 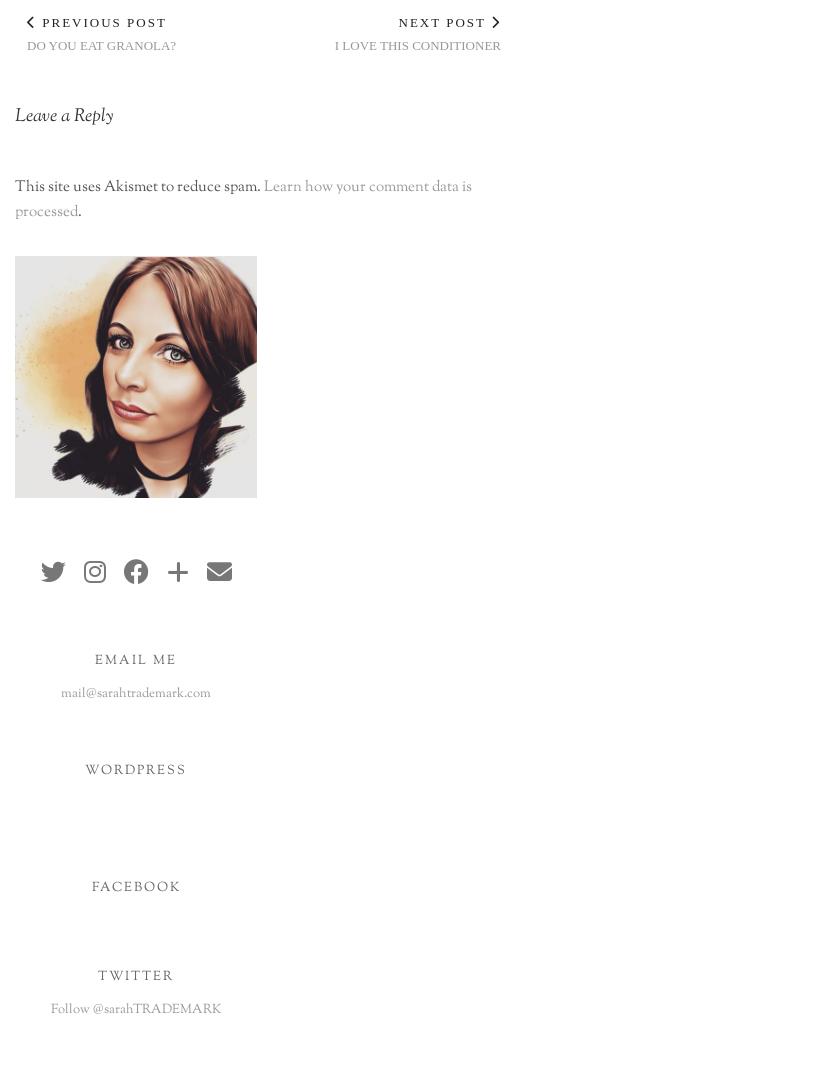 What do you see at coordinates (134, 885) in the screenshot?
I see `'FACEBOOK'` at bounding box center [134, 885].